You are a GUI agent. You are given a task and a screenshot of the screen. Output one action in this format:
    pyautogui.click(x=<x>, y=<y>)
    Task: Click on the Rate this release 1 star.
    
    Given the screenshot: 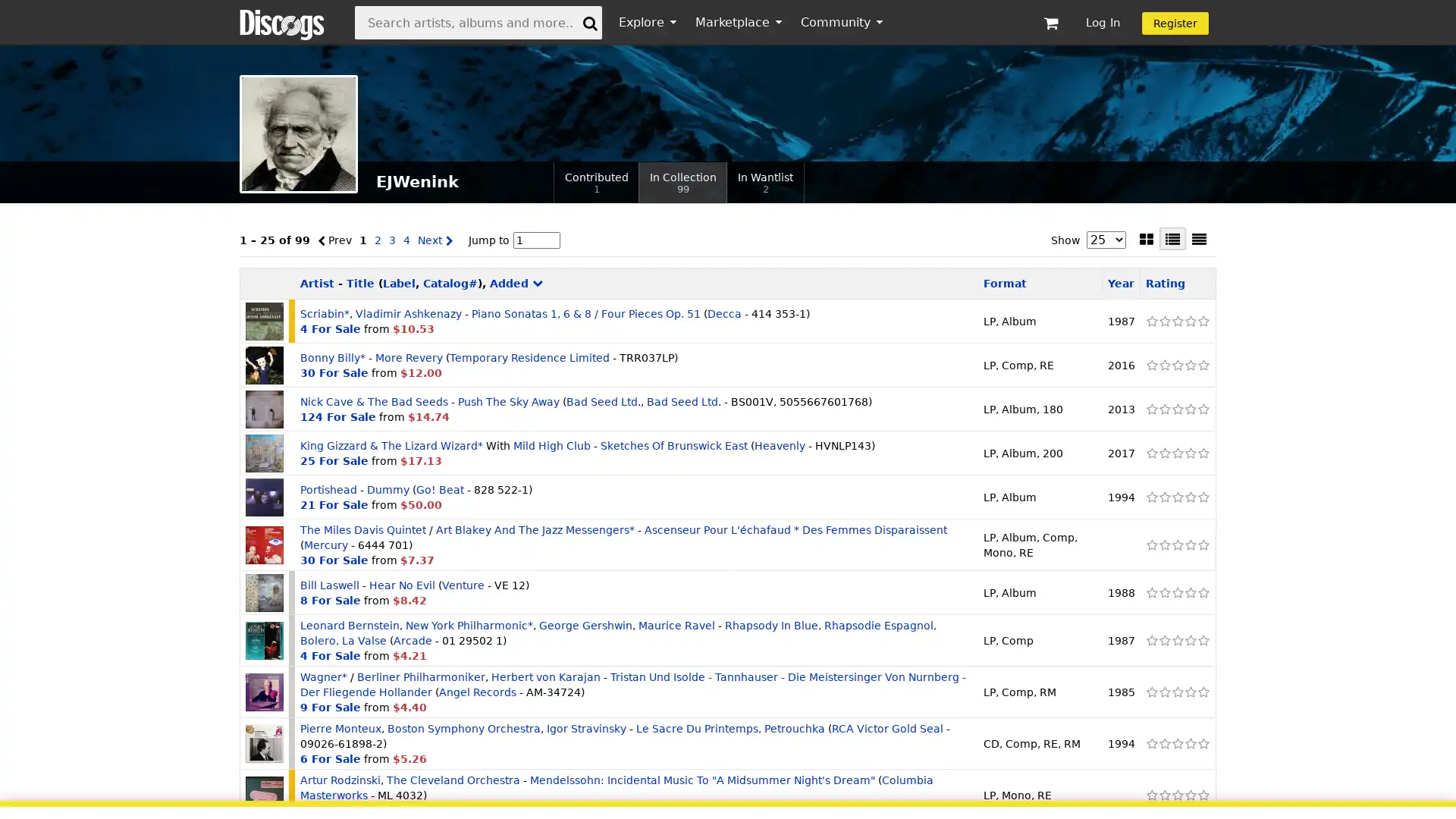 What is the action you would take?
    pyautogui.click(x=1151, y=409)
    